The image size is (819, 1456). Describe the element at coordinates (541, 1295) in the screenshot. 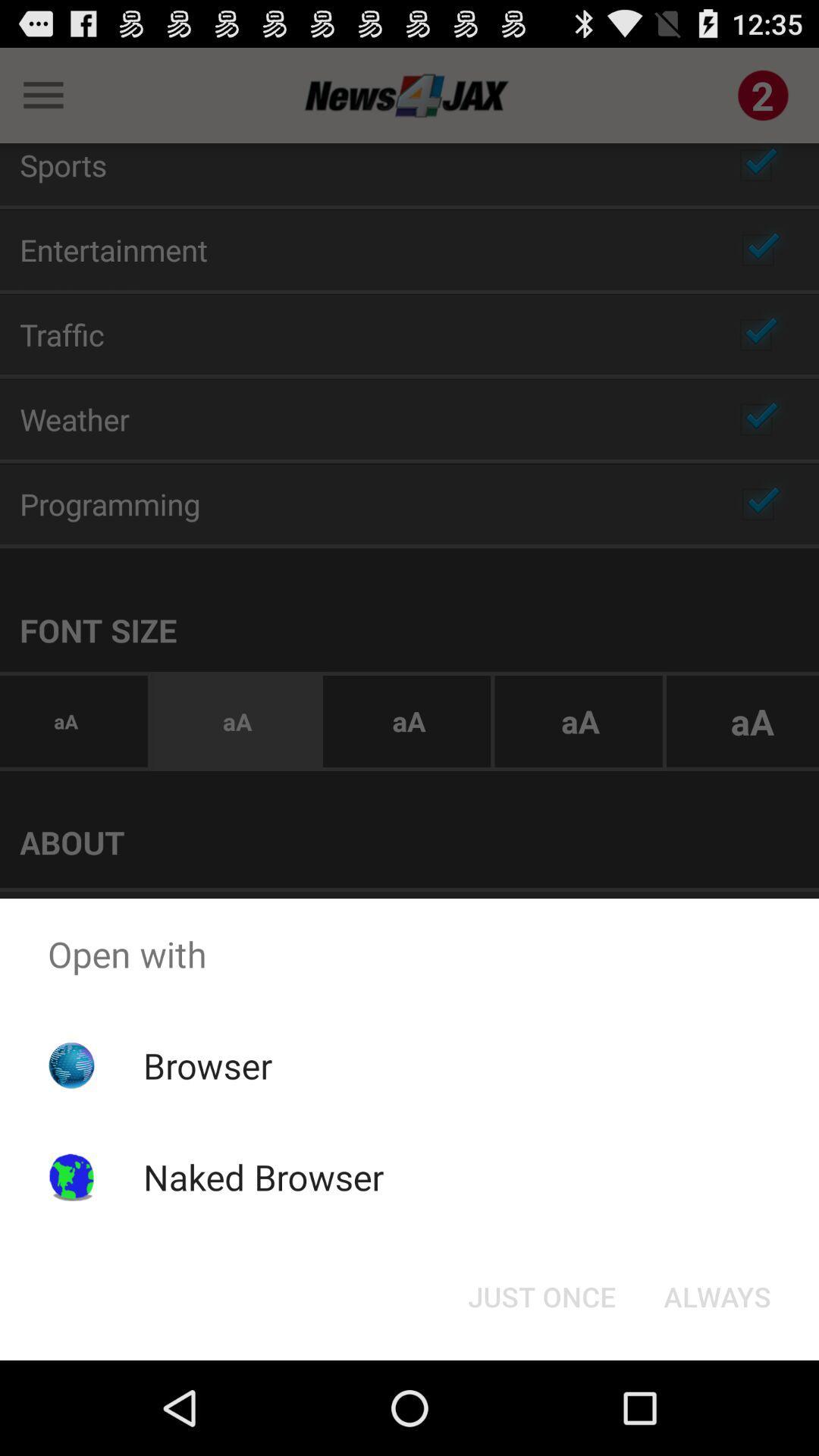

I see `the button next to the always` at that location.